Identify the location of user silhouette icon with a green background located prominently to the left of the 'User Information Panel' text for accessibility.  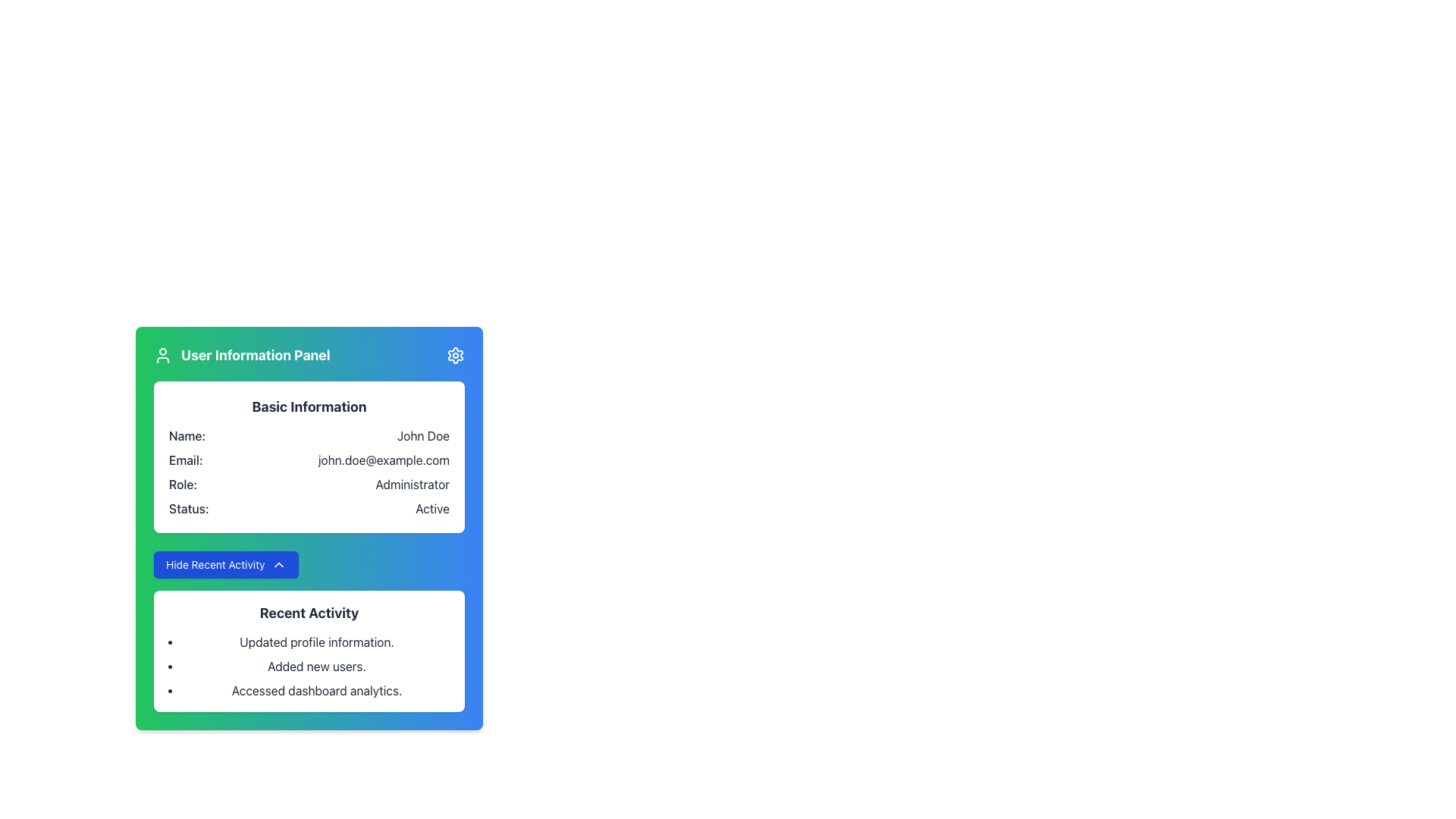
(163, 356).